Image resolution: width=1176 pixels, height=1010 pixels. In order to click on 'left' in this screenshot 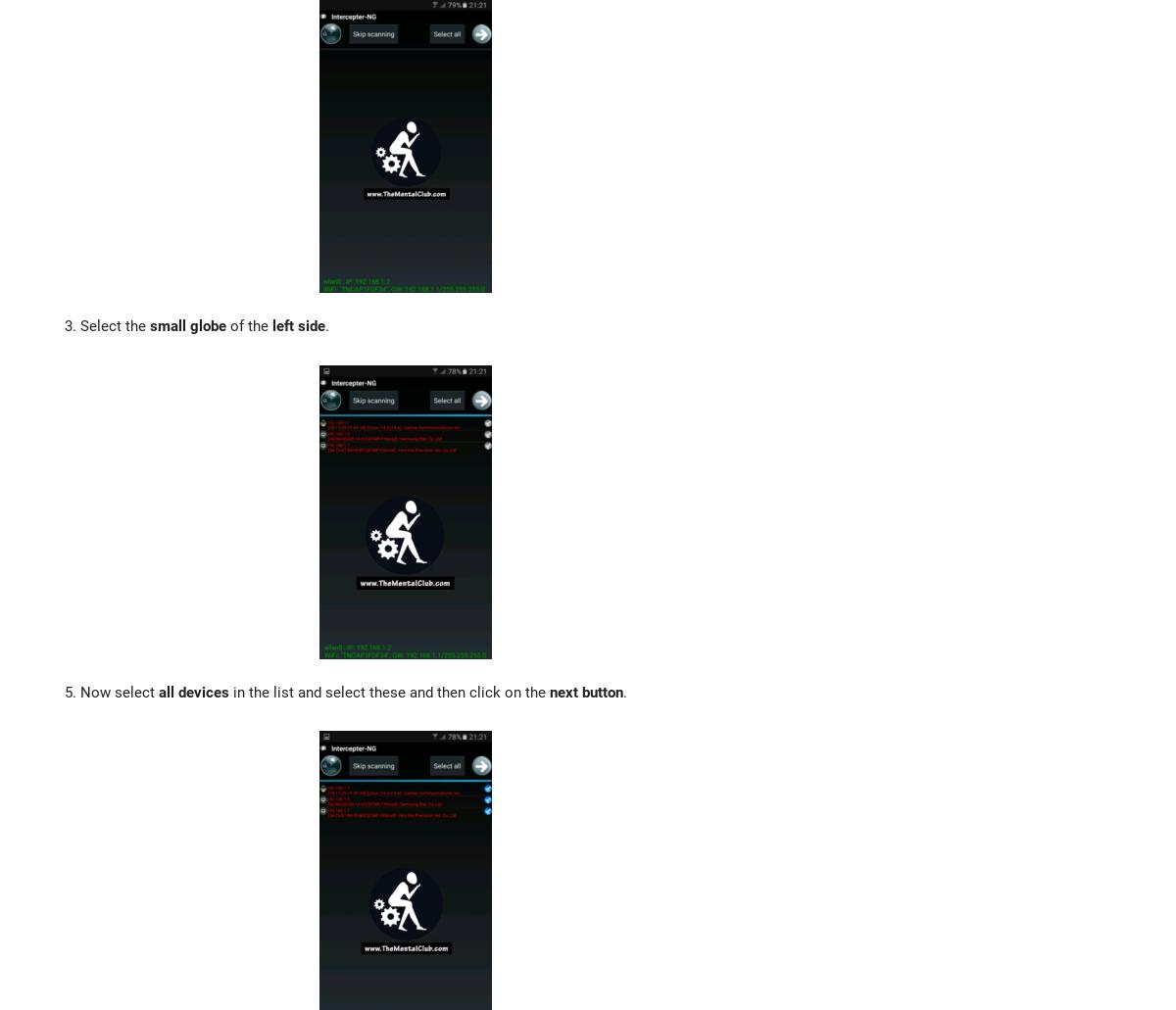, I will do `click(281, 325)`.